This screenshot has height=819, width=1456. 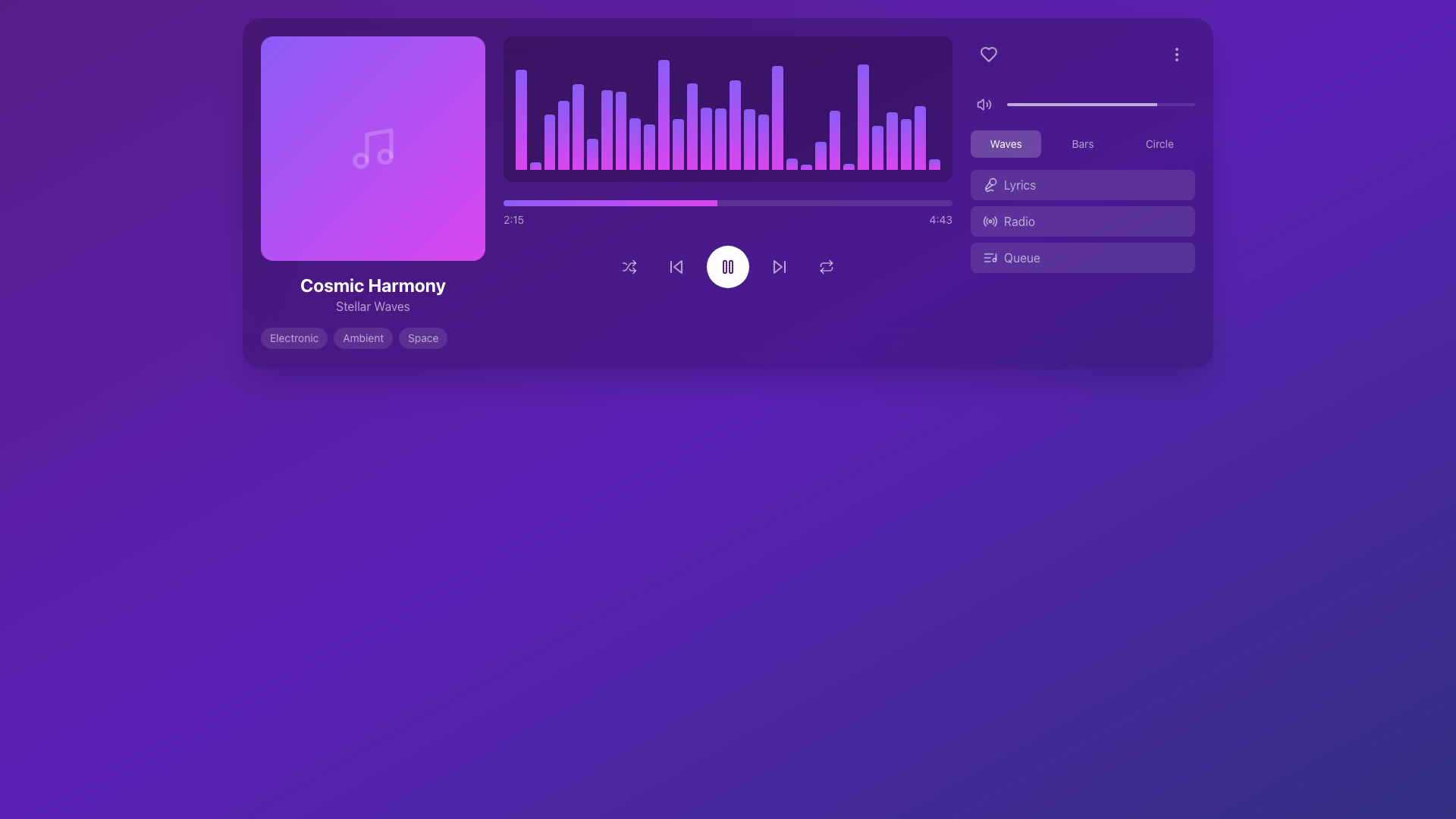 What do you see at coordinates (676, 265) in the screenshot?
I see `the backward media control button, which is the second button from the left in a row of controls beneath a progress bar and sound visualization graph, to observe its hover effect` at bounding box center [676, 265].